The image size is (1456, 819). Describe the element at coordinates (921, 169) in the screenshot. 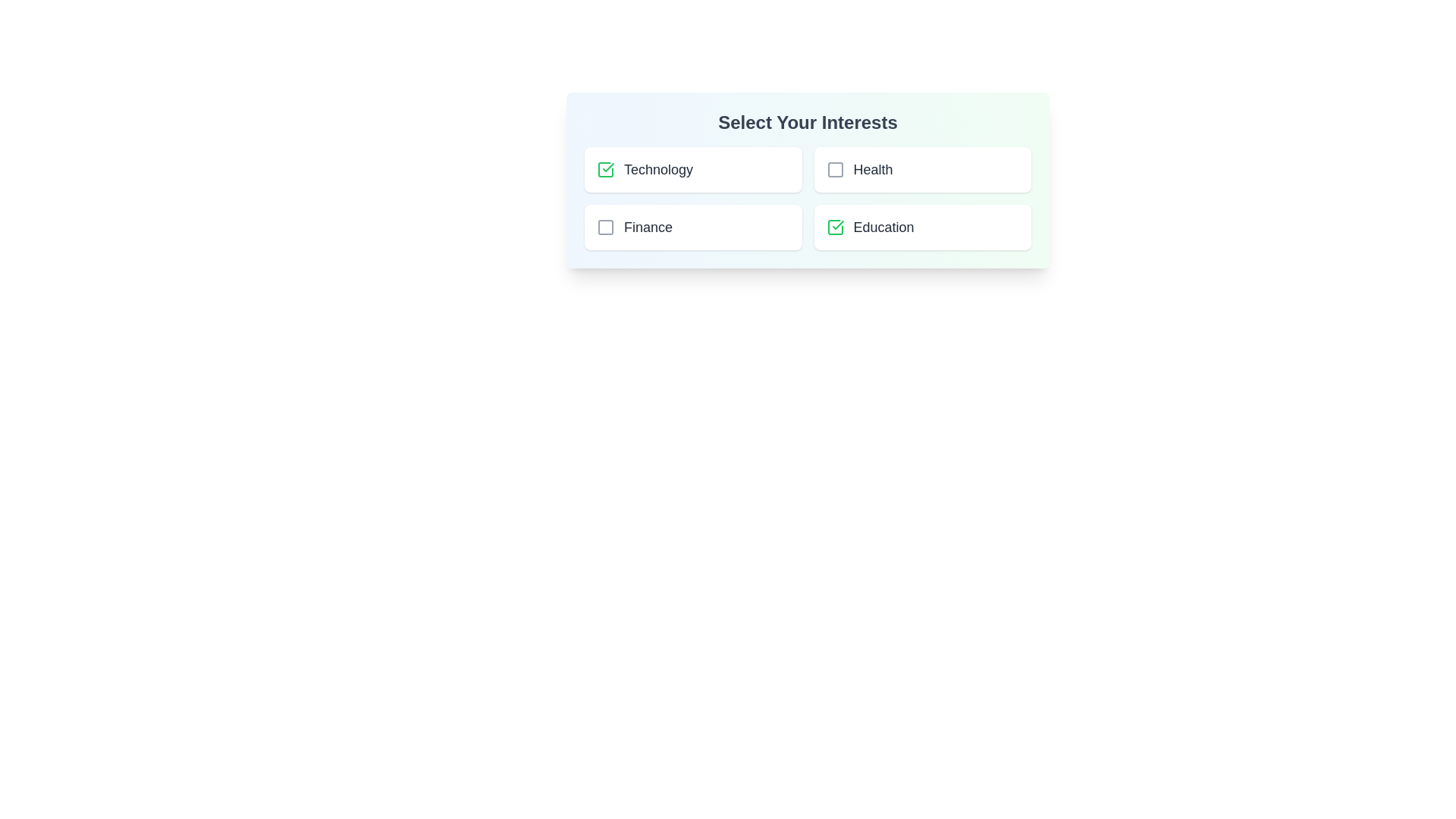

I see `the category item Health to toggle its selection state` at that location.